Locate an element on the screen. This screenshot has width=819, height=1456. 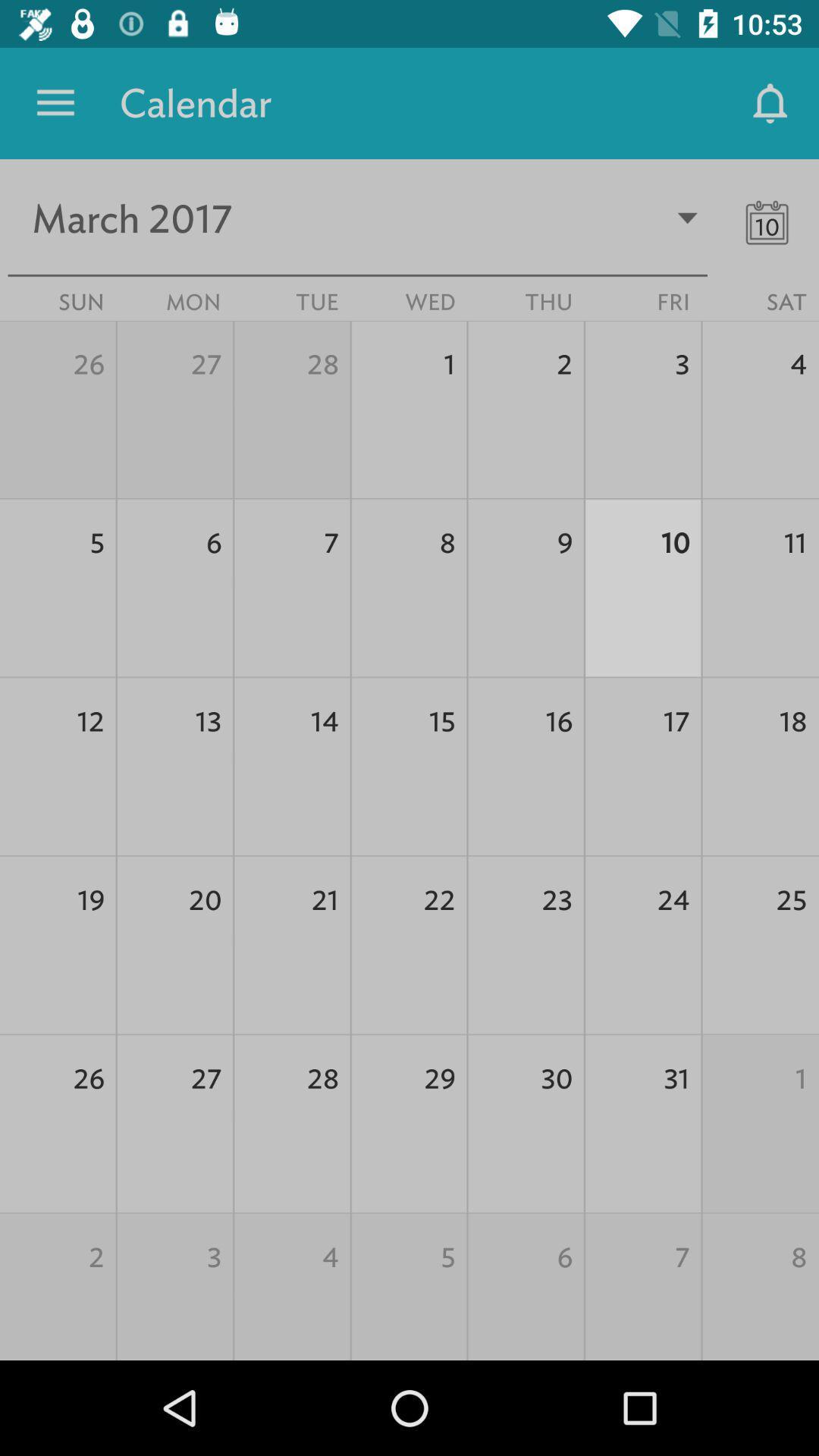
the date_range icon is located at coordinates (767, 221).